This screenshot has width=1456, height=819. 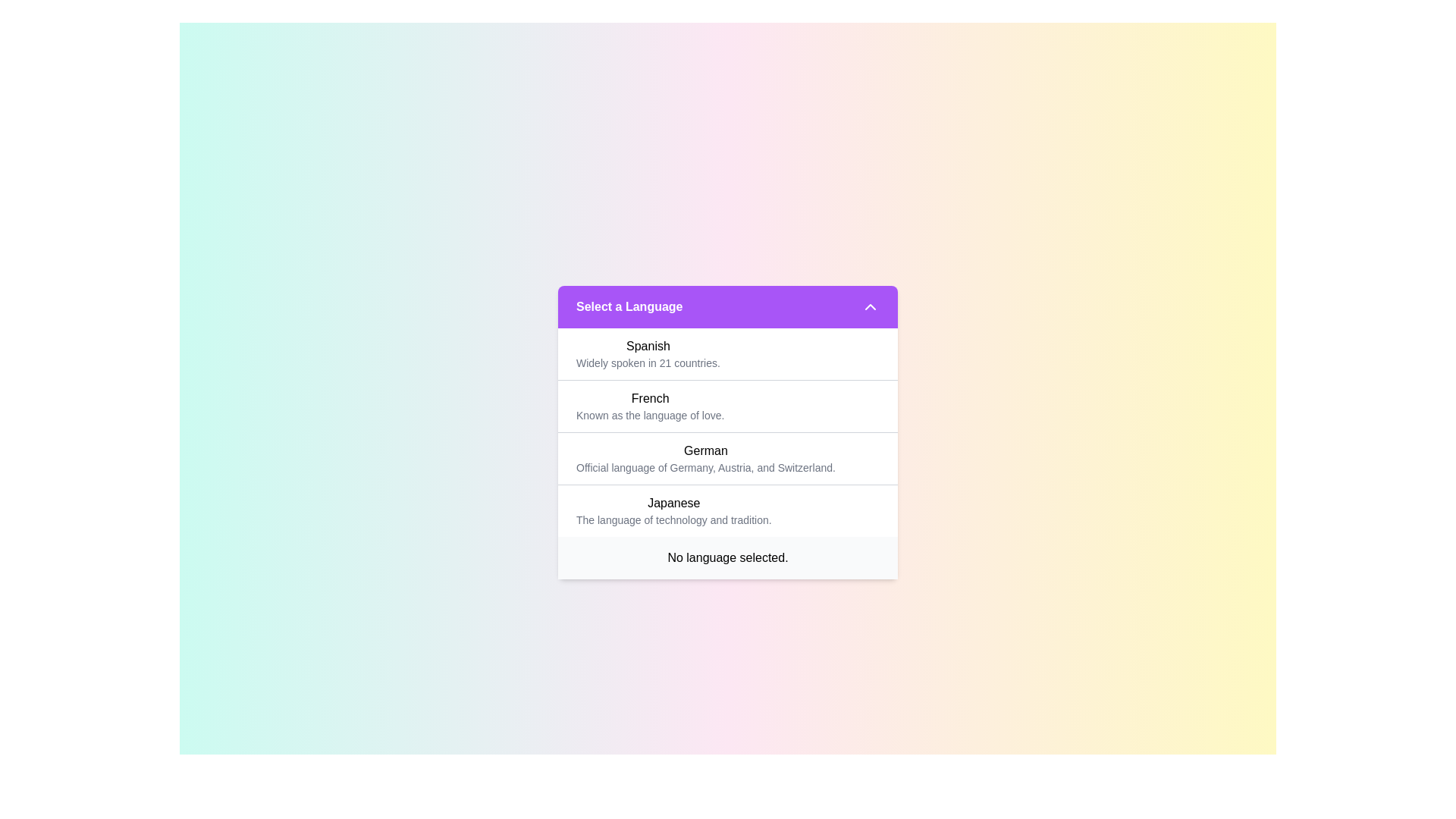 I want to click on the 'Japanese' language label in the dropdown list, which is positioned above 'No language selected' and below 'German', so click(x=673, y=503).